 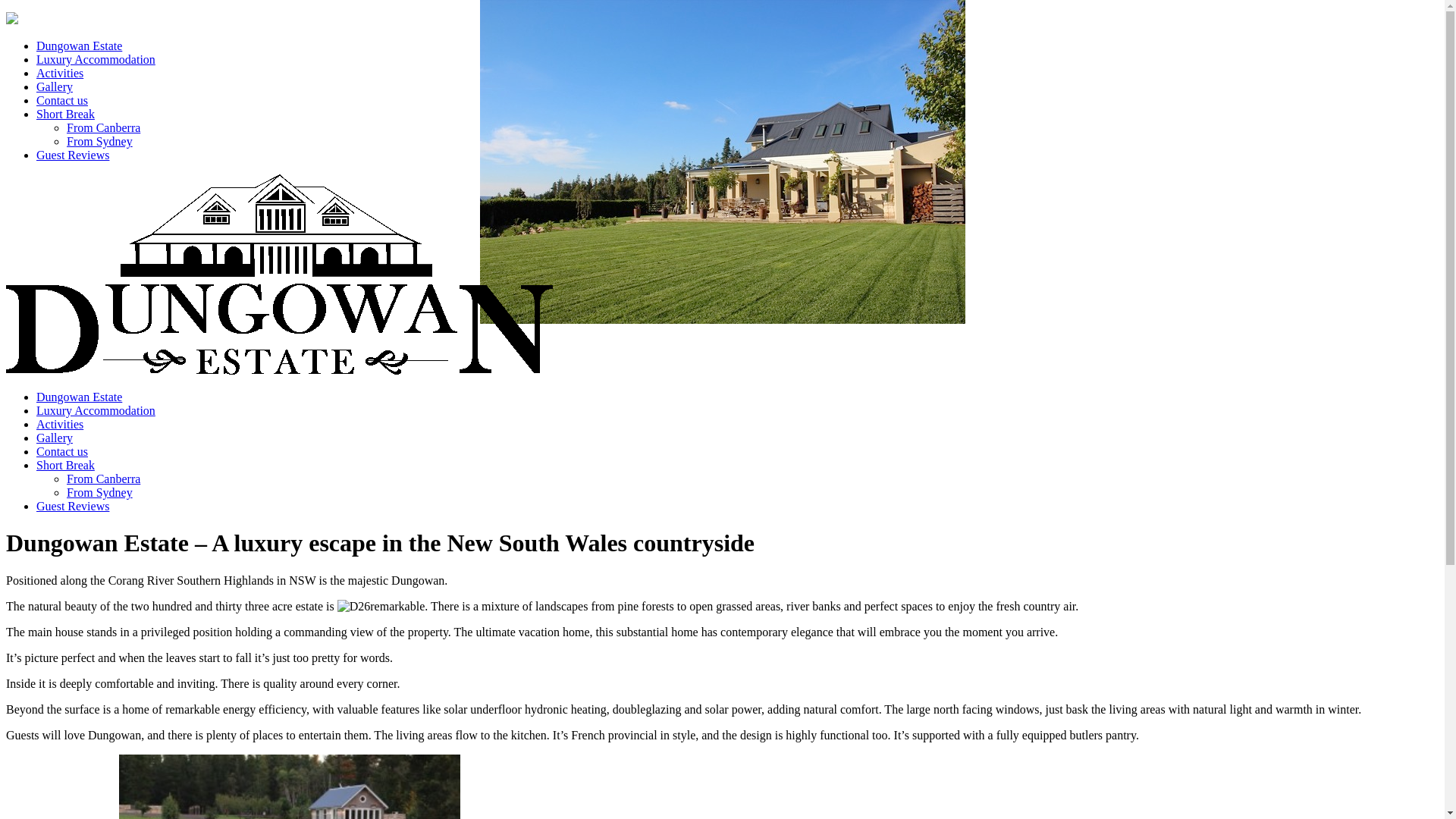 I want to click on 'Dungowan Estate', so click(x=78, y=45).